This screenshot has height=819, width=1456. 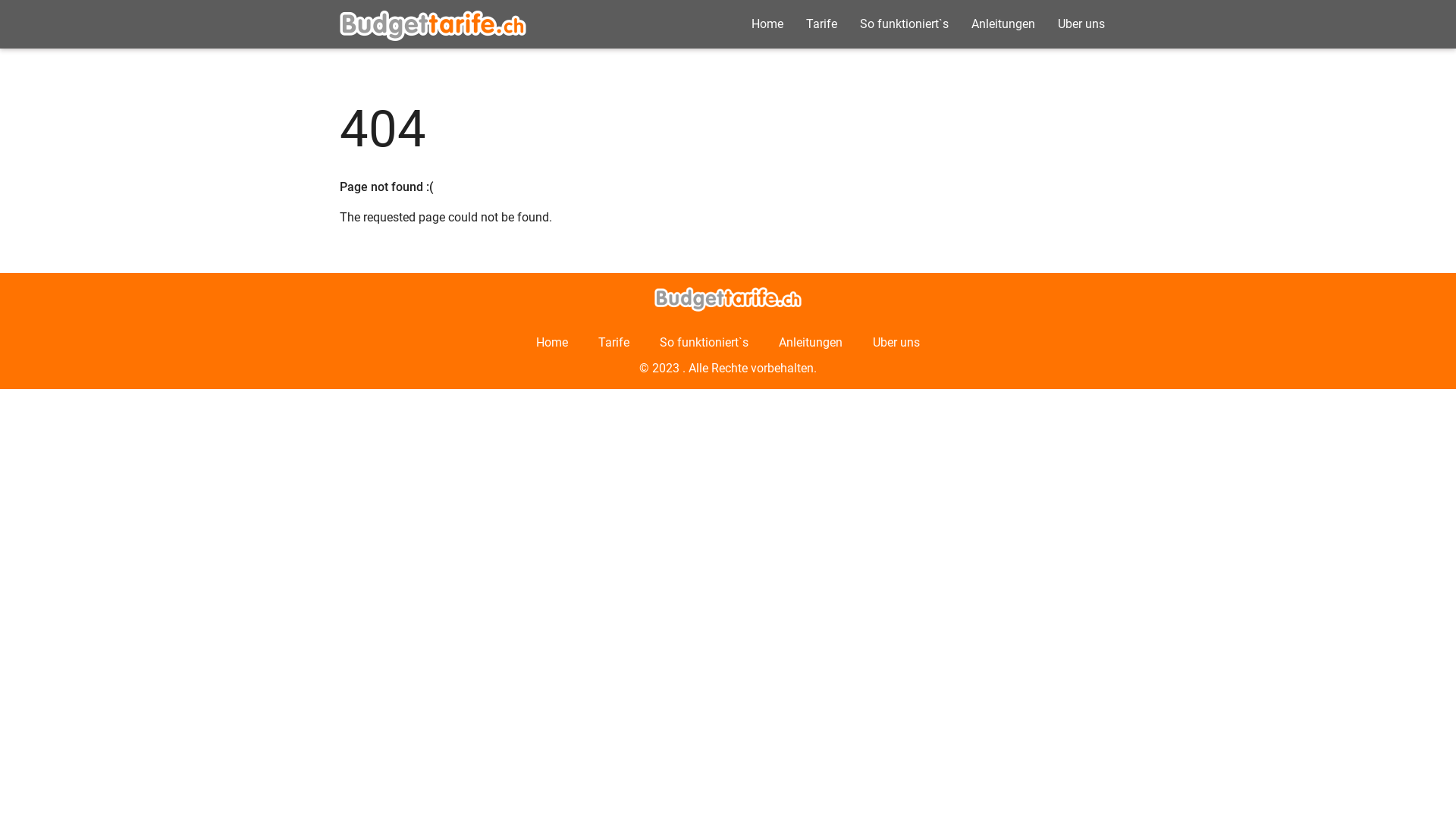 What do you see at coordinates (1080, 24) in the screenshot?
I see `'Uber uns'` at bounding box center [1080, 24].